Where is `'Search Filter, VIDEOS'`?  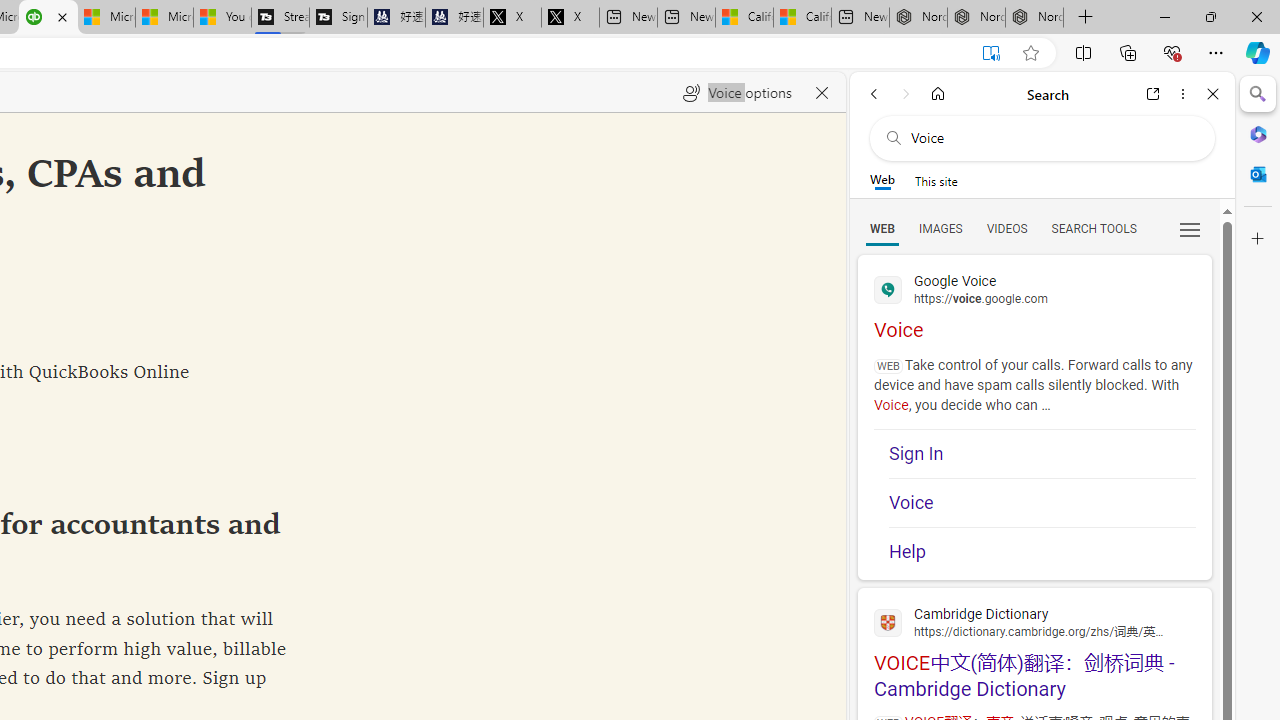
'Search Filter, VIDEOS' is located at coordinates (1006, 227).